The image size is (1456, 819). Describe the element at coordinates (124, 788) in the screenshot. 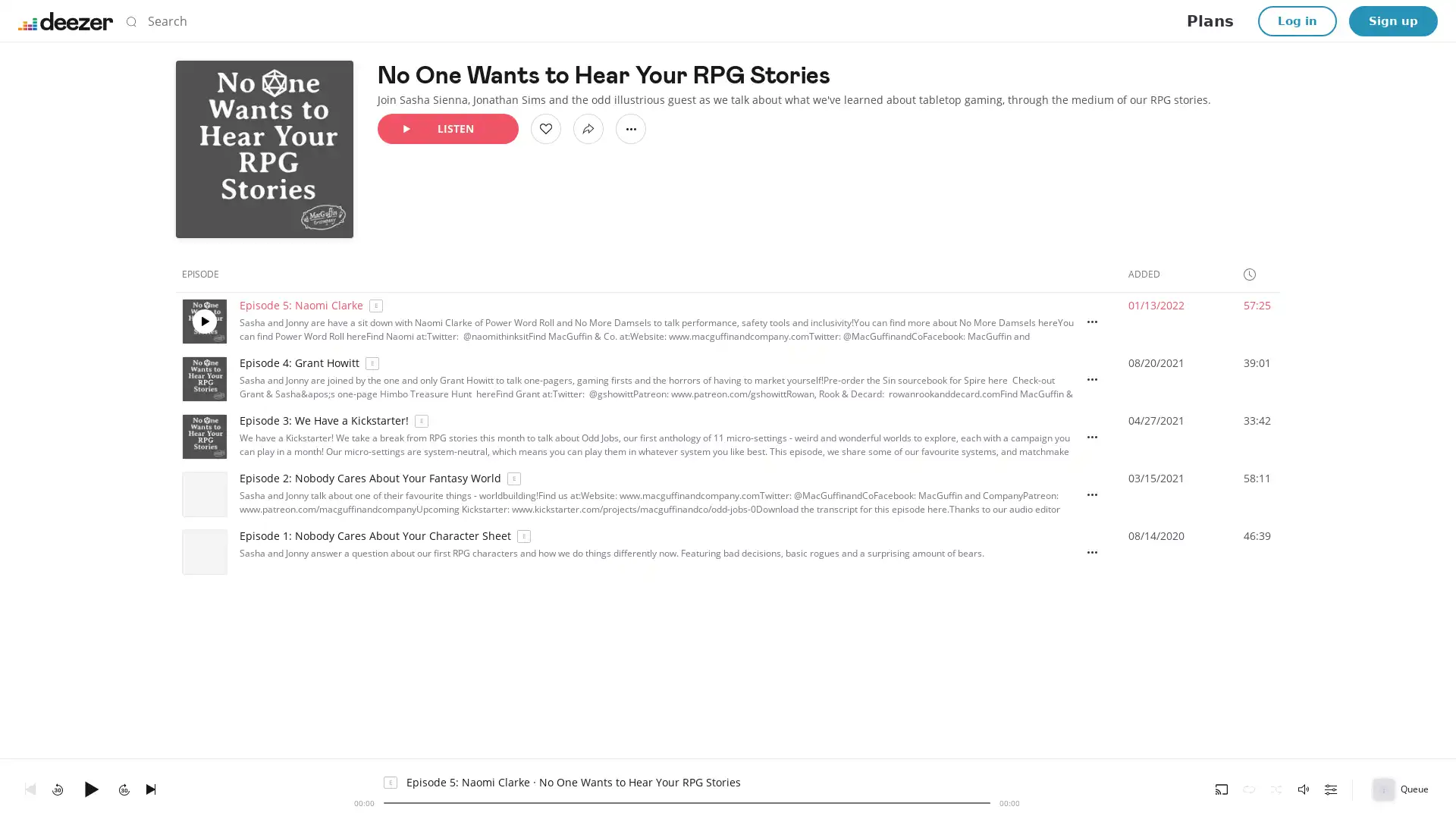

I see `Skip ahead 30 seconds` at that location.